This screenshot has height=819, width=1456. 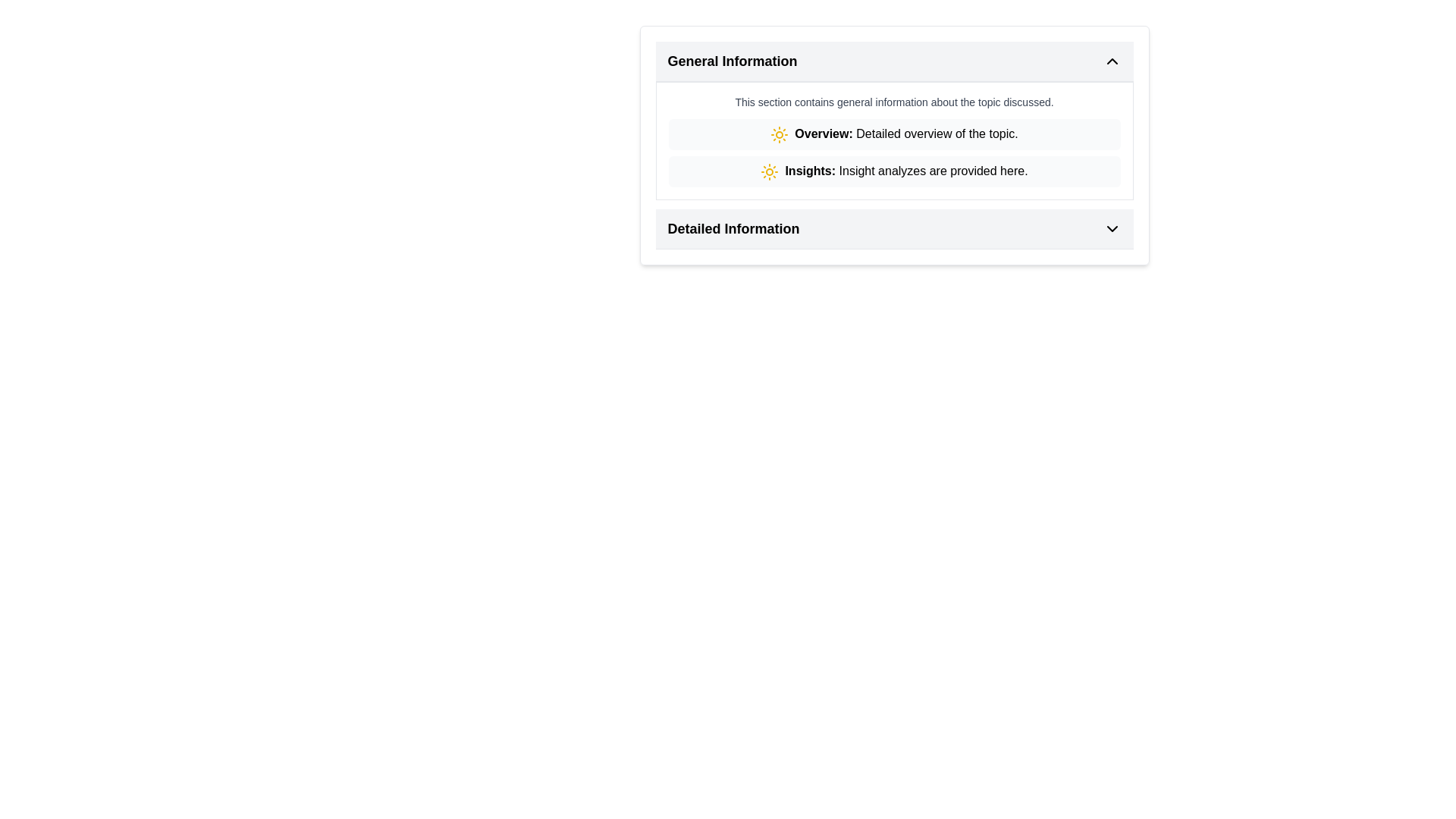 I want to click on text content of the 'Insights' section title, which is located adjacent to a yellow sun icon in the 'General Information' panel, so click(x=809, y=171).